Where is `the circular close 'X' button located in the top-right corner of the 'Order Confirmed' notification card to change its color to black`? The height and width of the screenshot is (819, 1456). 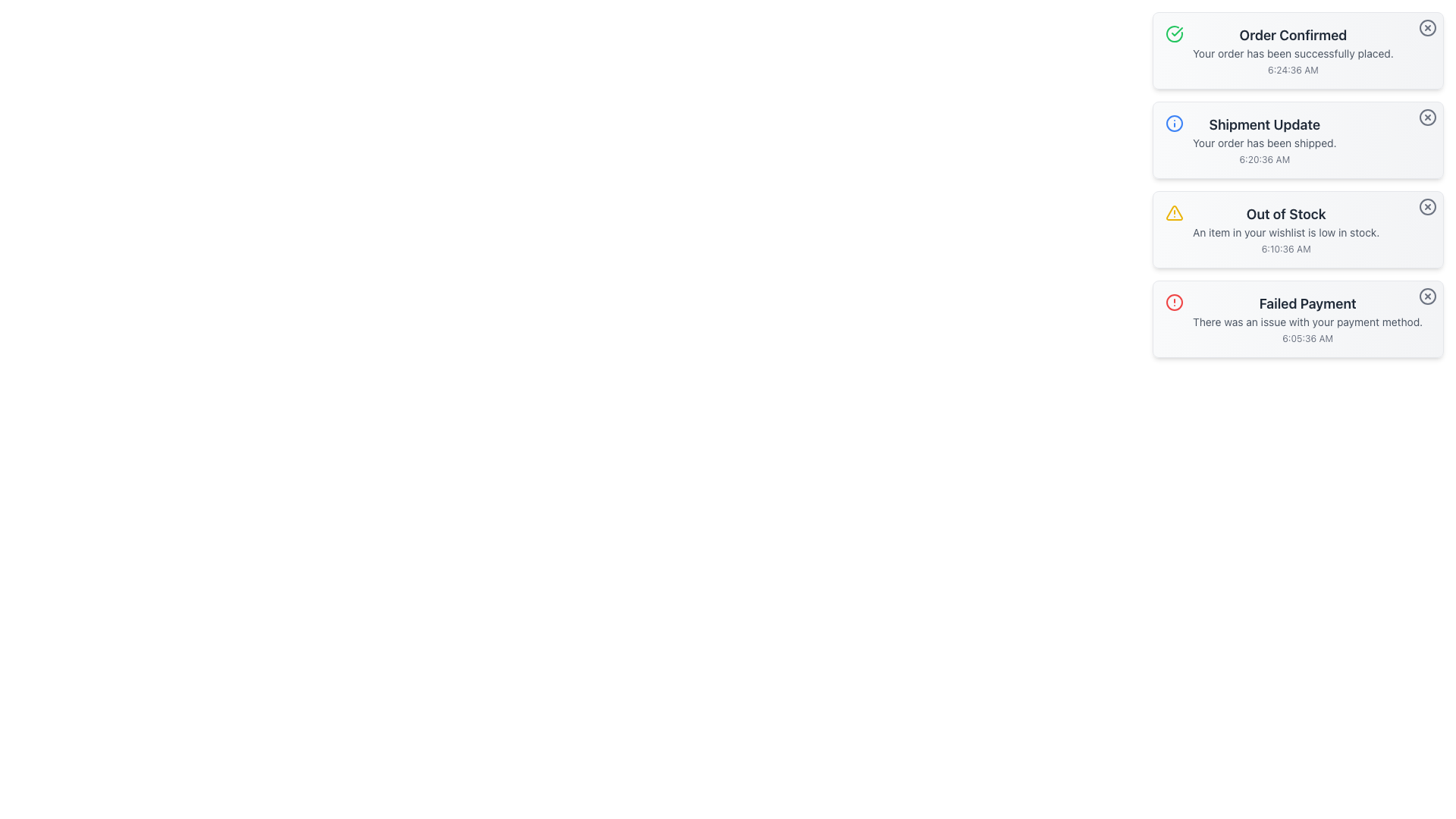 the circular close 'X' button located in the top-right corner of the 'Order Confirmed' notification card to change its color to black is located at coordinates (1426, 28).